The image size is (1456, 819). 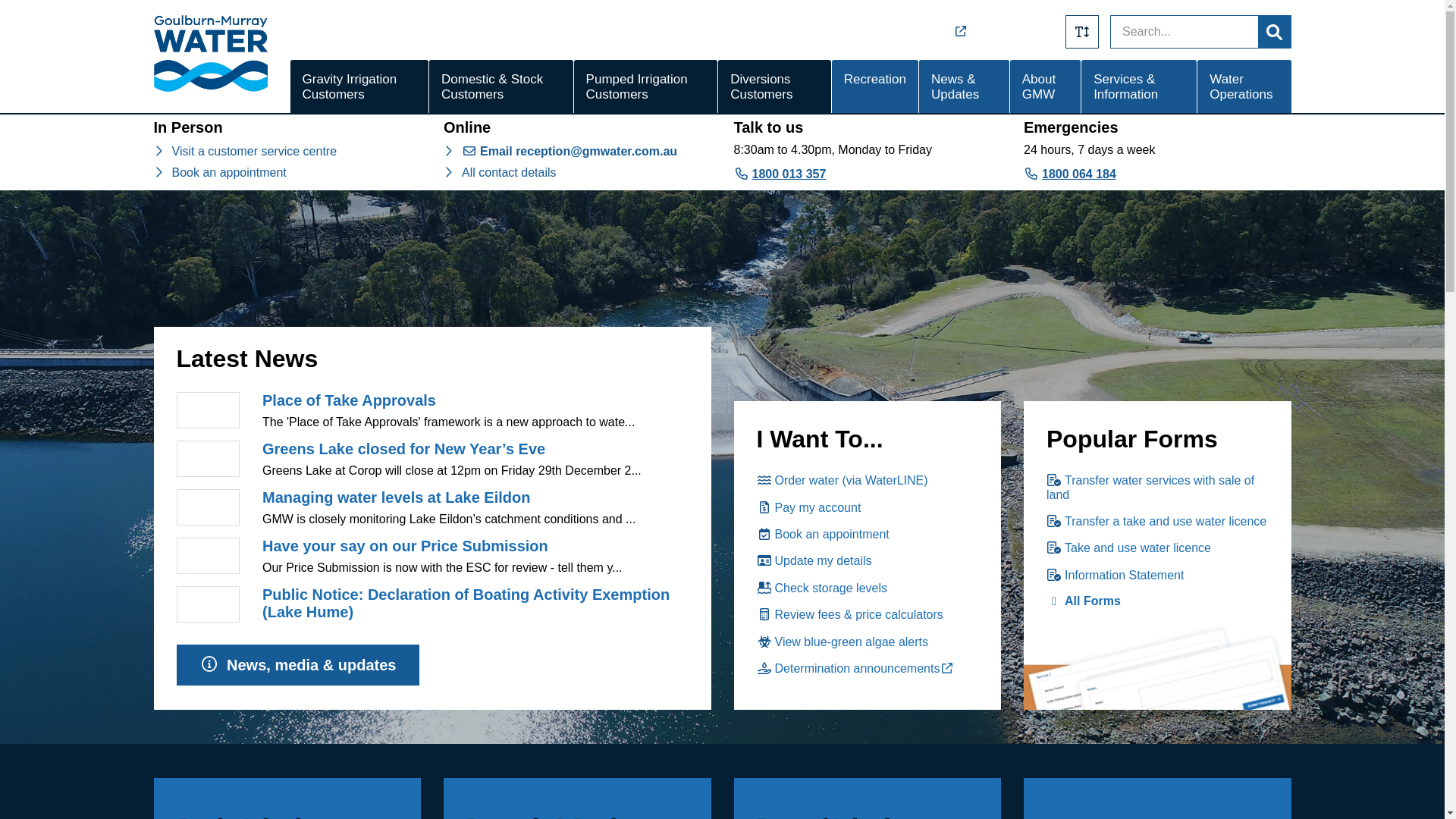 I want to click on 'Have your say on our Price Submission', so click(x=405, y=546).